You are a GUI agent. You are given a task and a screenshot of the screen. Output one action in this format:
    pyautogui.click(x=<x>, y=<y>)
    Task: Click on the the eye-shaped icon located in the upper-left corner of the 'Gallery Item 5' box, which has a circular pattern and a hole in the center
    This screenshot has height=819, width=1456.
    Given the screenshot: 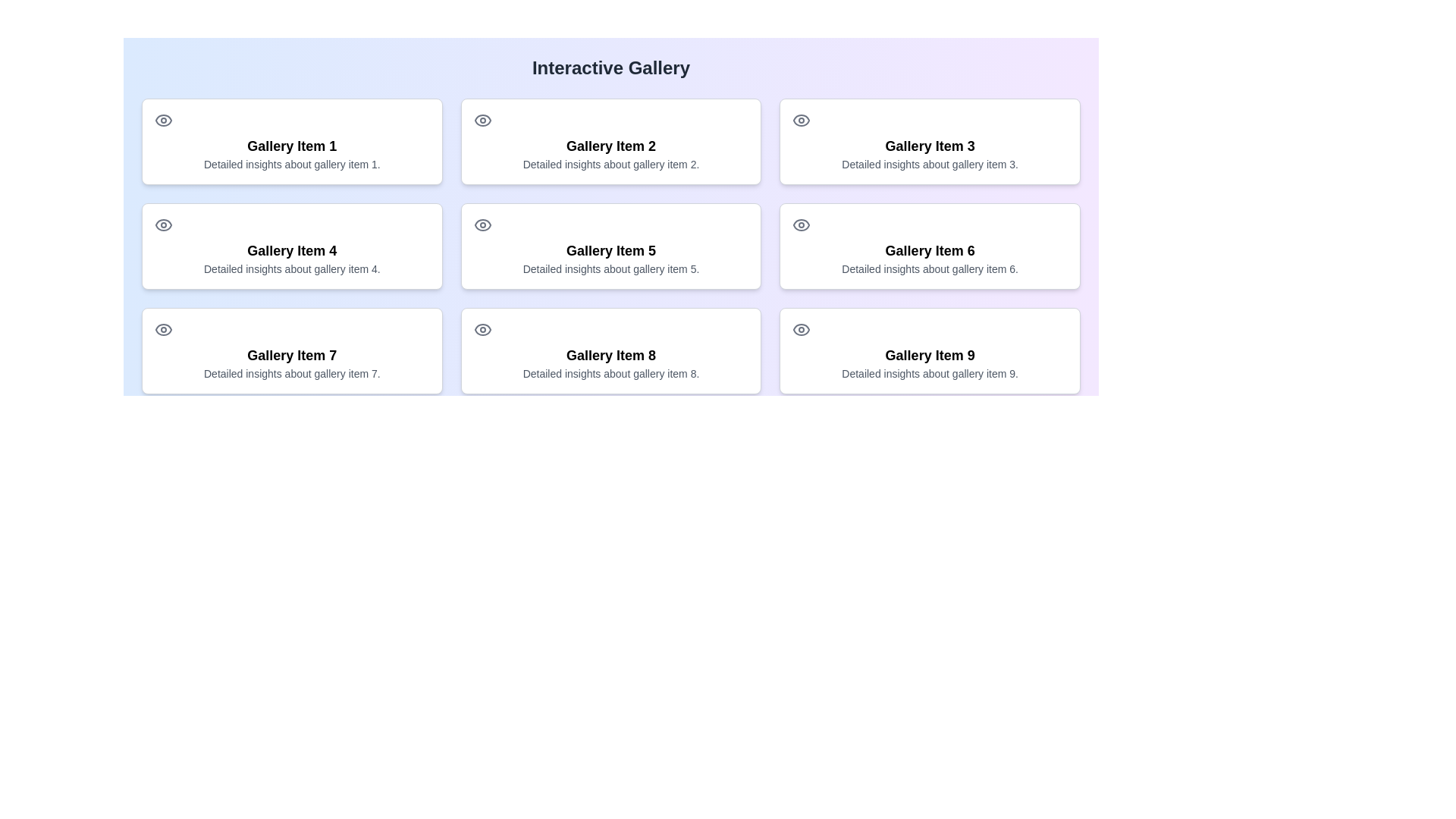 What is the action you would take?
    pyautogui.click(x=482, y=225)
    